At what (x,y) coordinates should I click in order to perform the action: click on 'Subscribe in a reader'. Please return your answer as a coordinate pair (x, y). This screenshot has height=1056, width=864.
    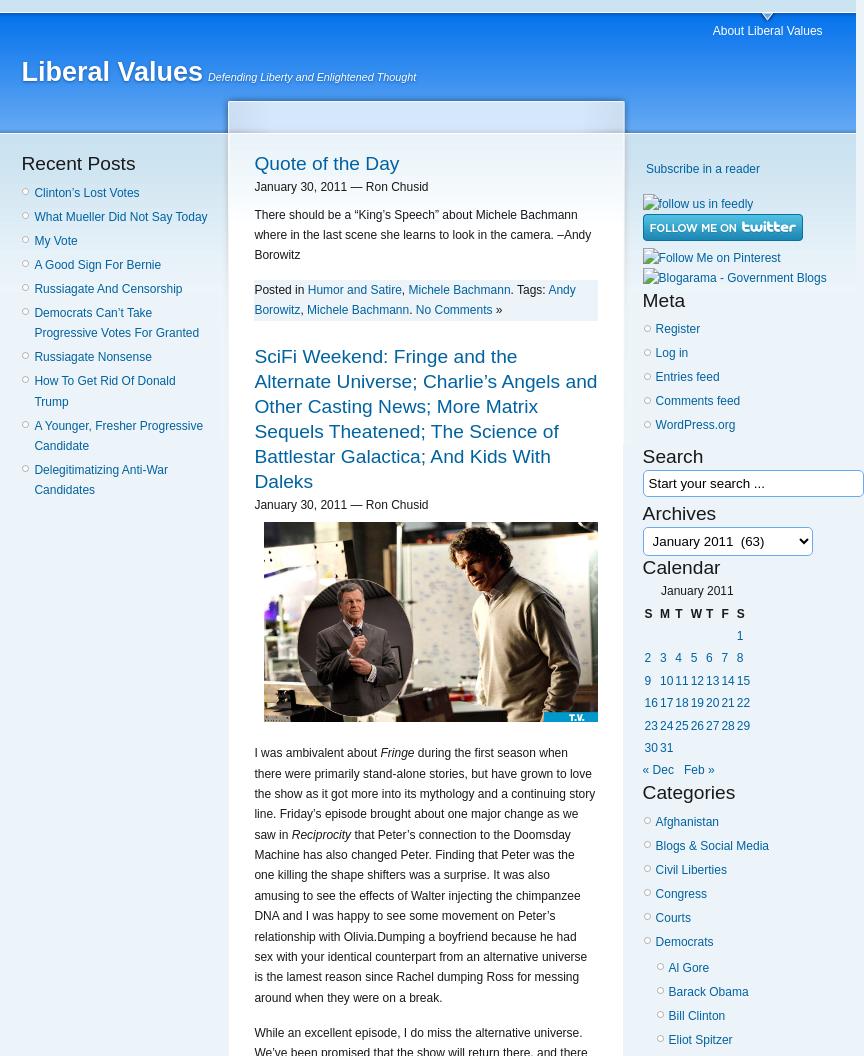
    Looking at the image, I should click on (702, 168).